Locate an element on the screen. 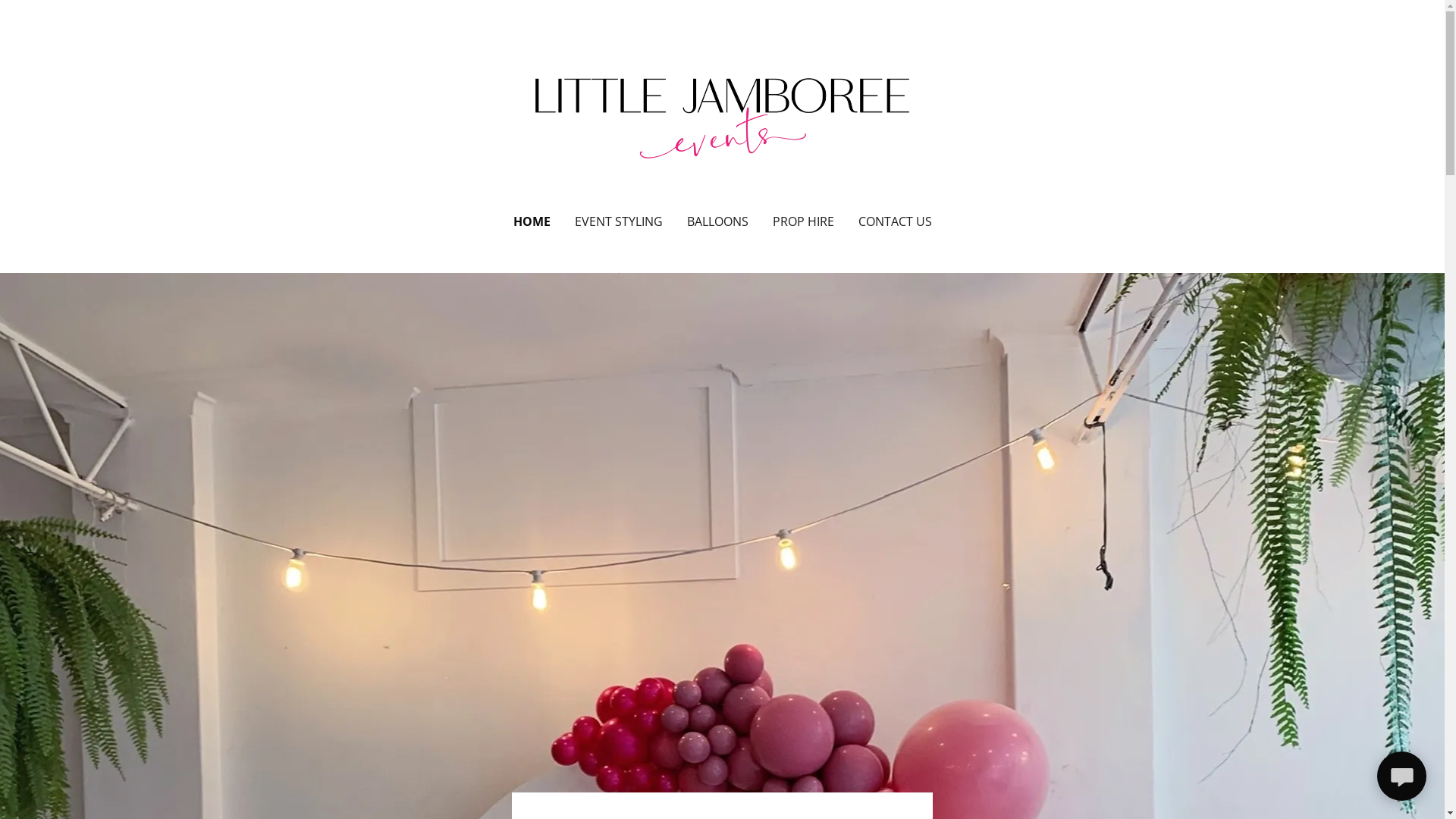  'BALLOONS' is located at coordinates (717, 221).